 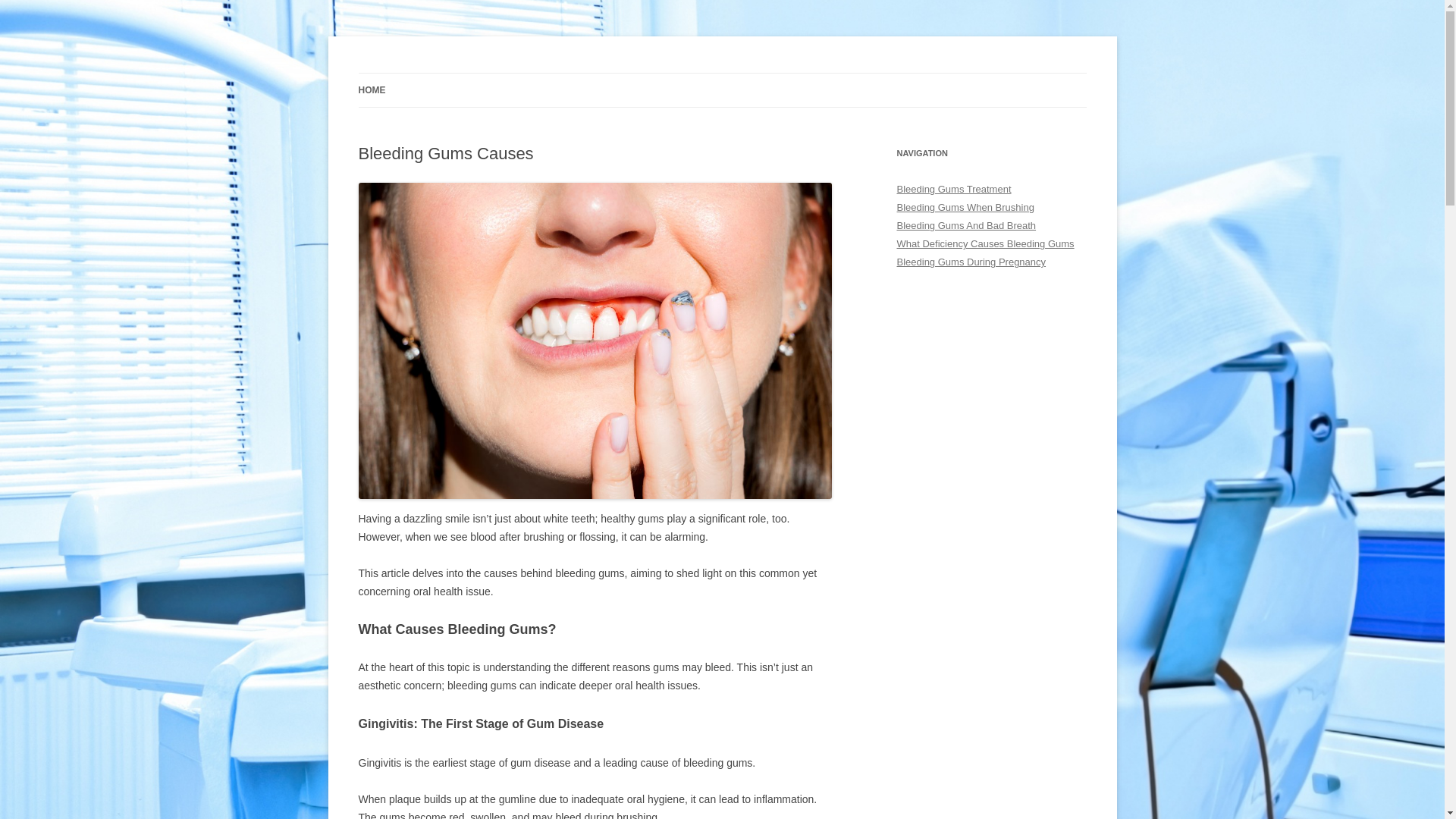 I want to click on 'HOME', so click(x=371, y=90).